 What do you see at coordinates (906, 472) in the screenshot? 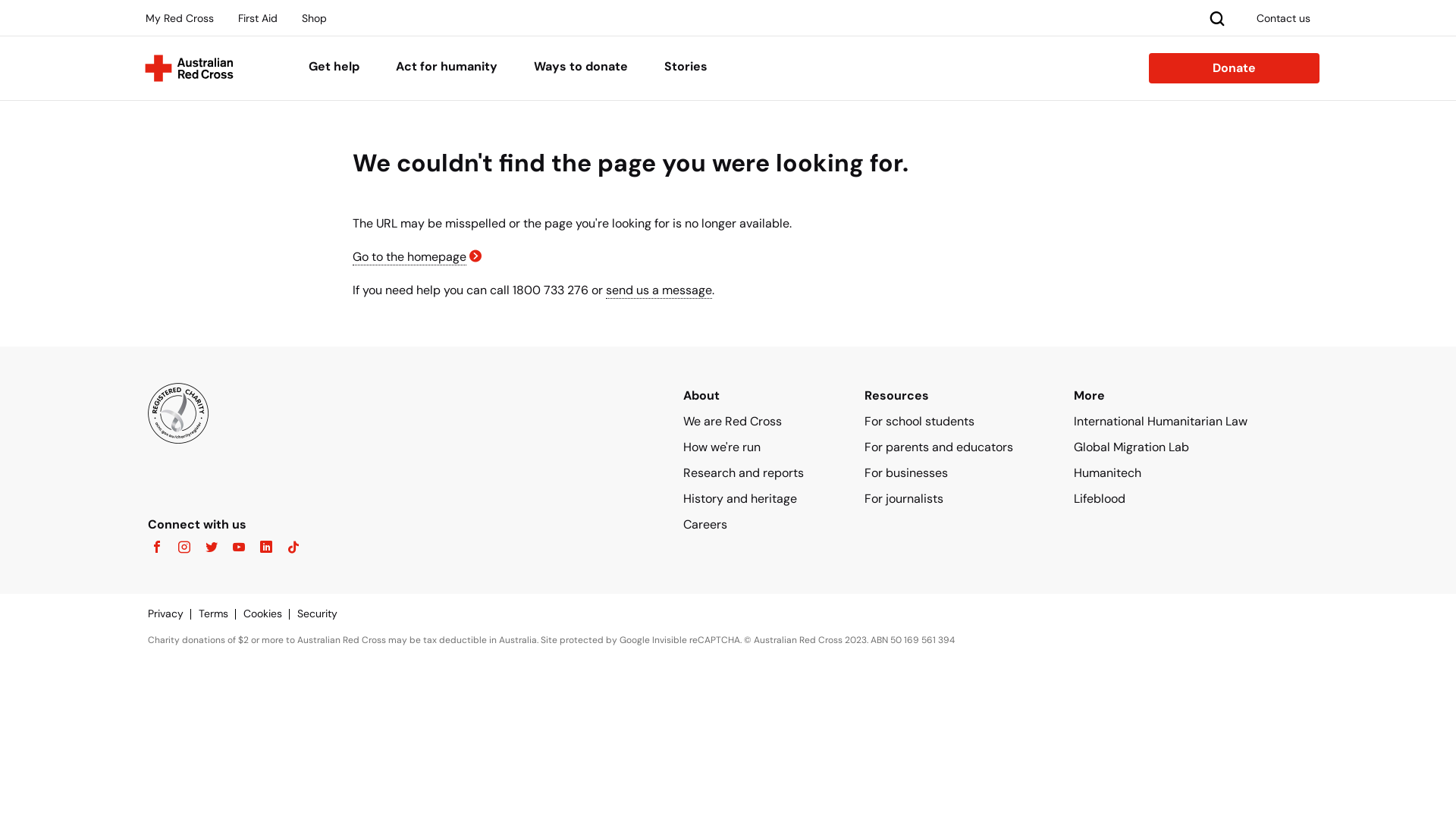
I see `'For businesses'` at bounding box center [906, 472].